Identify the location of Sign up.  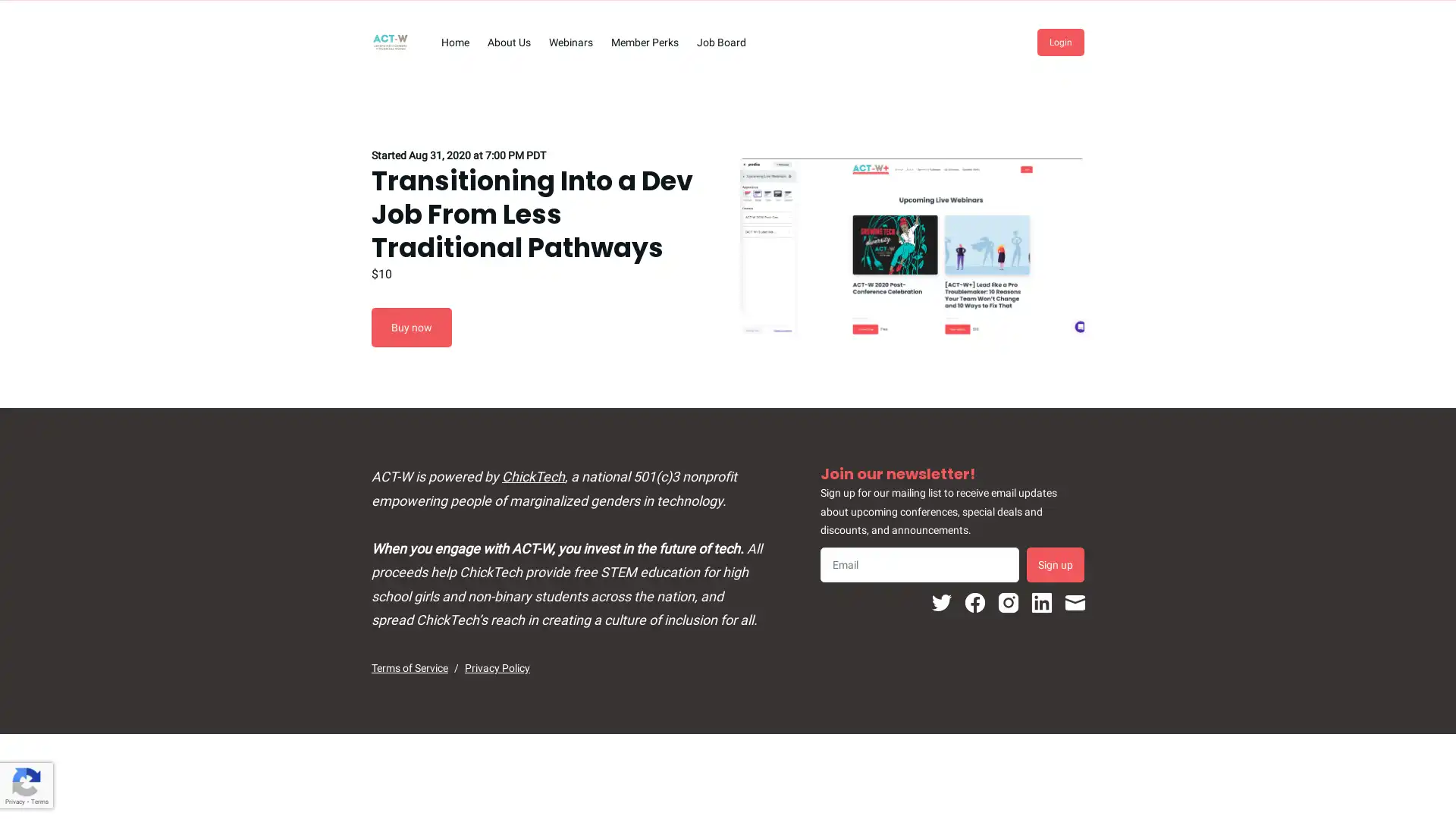
(1055, 564).